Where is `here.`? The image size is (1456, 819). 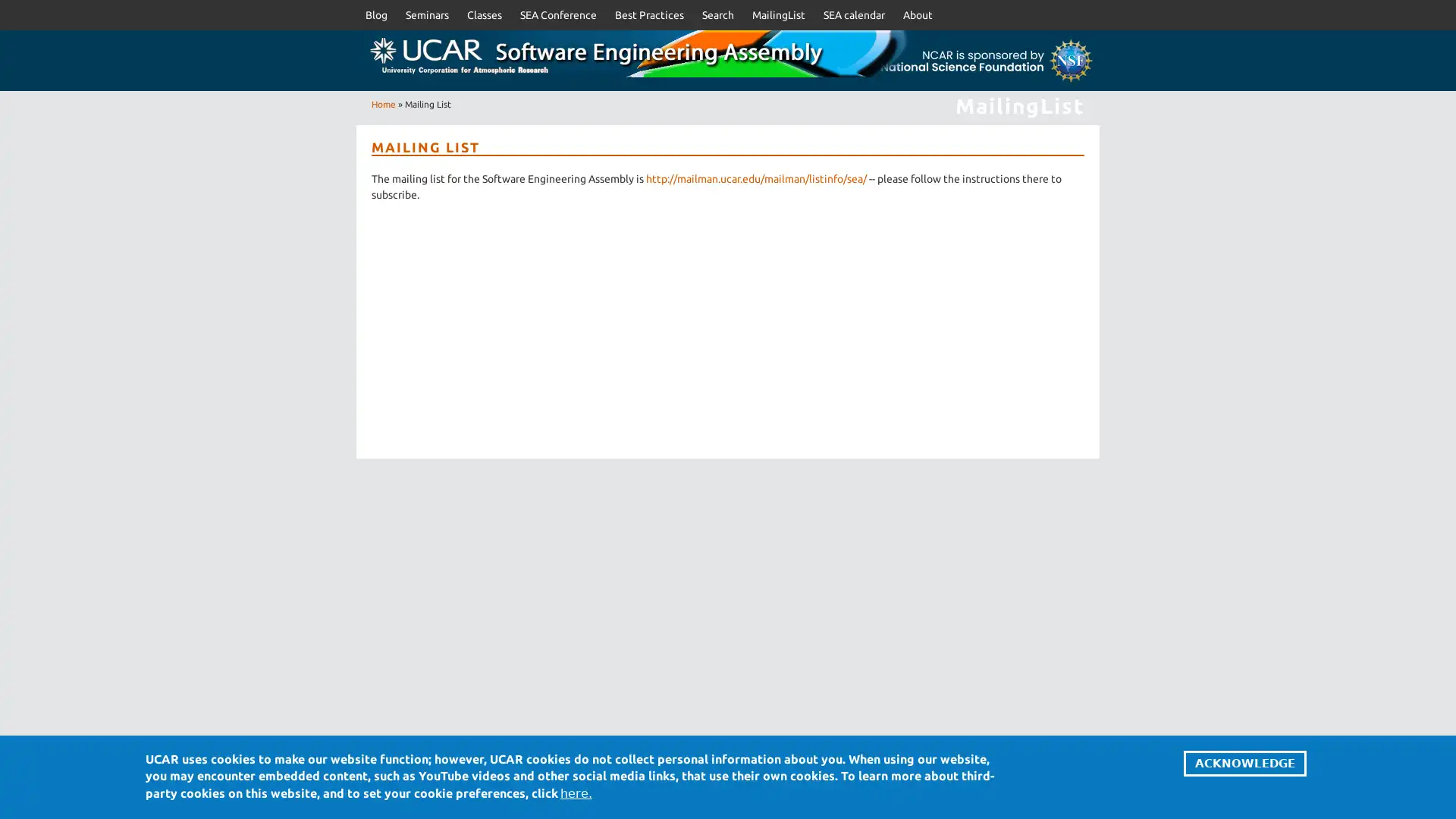
here. is located at coordinates (575, 792).